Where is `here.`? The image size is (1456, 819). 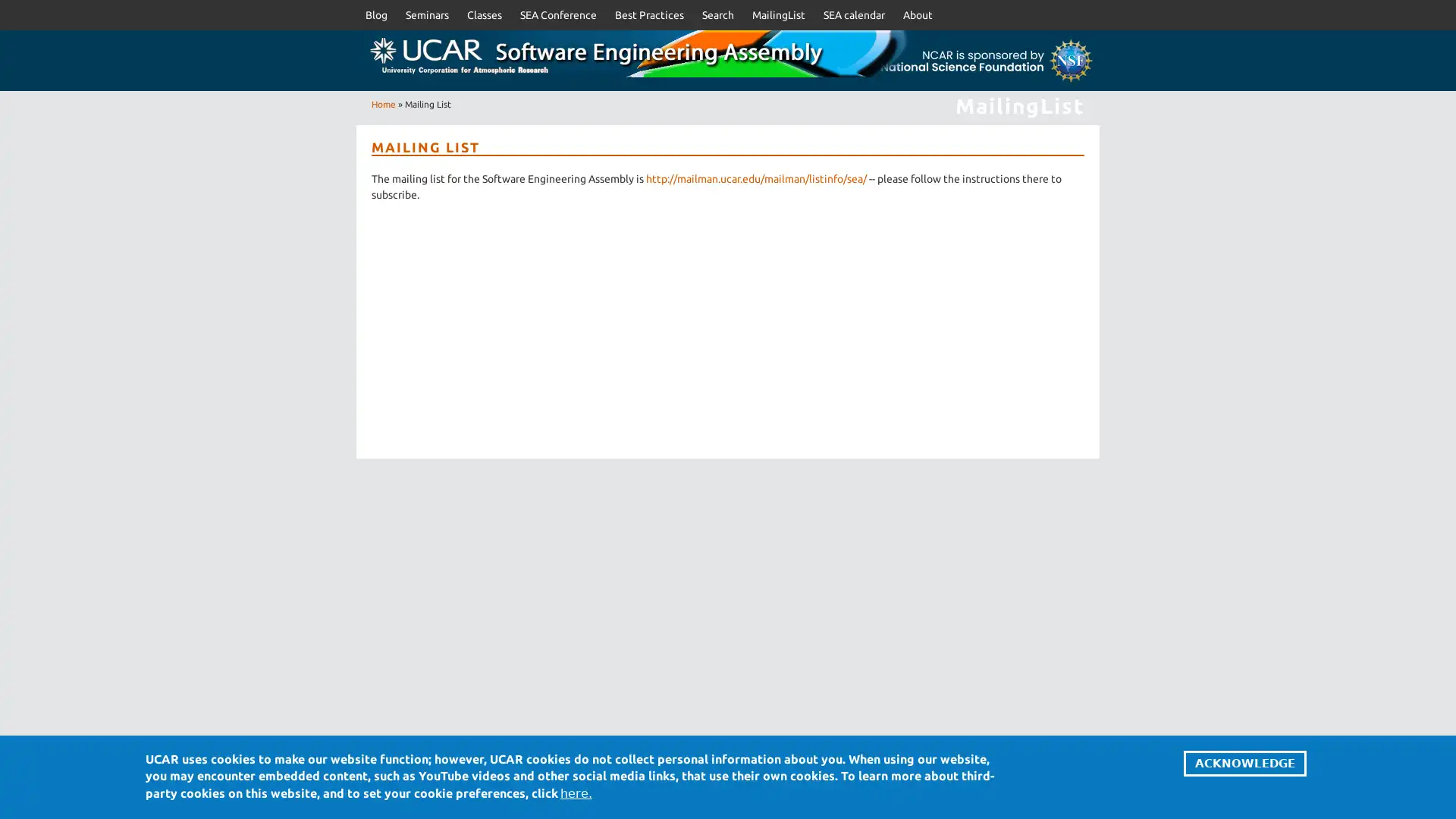
here. is located at coordinates (575, 792).